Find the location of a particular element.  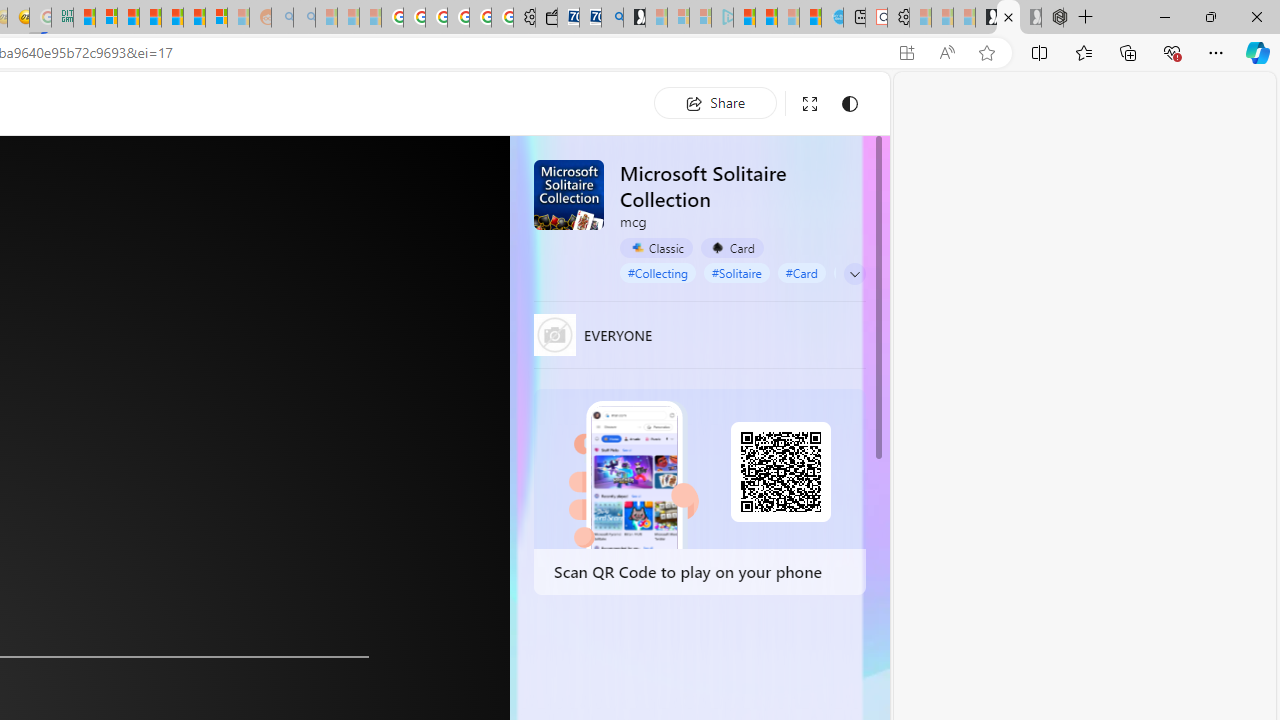

'App available. Install Microsoft Solitaire Collection' is located at coordinates (905, 52).